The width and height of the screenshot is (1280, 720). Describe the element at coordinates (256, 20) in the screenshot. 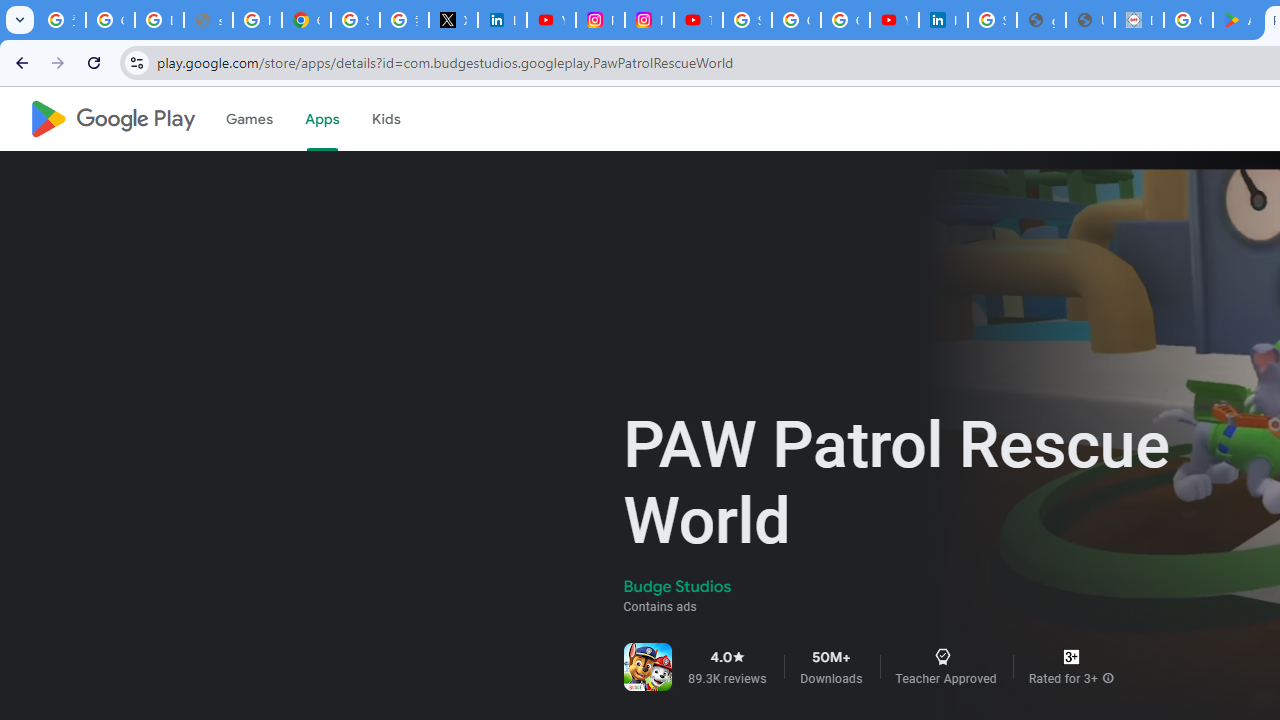

I see `'Privacy Help Center - Policies Help'` at that location.